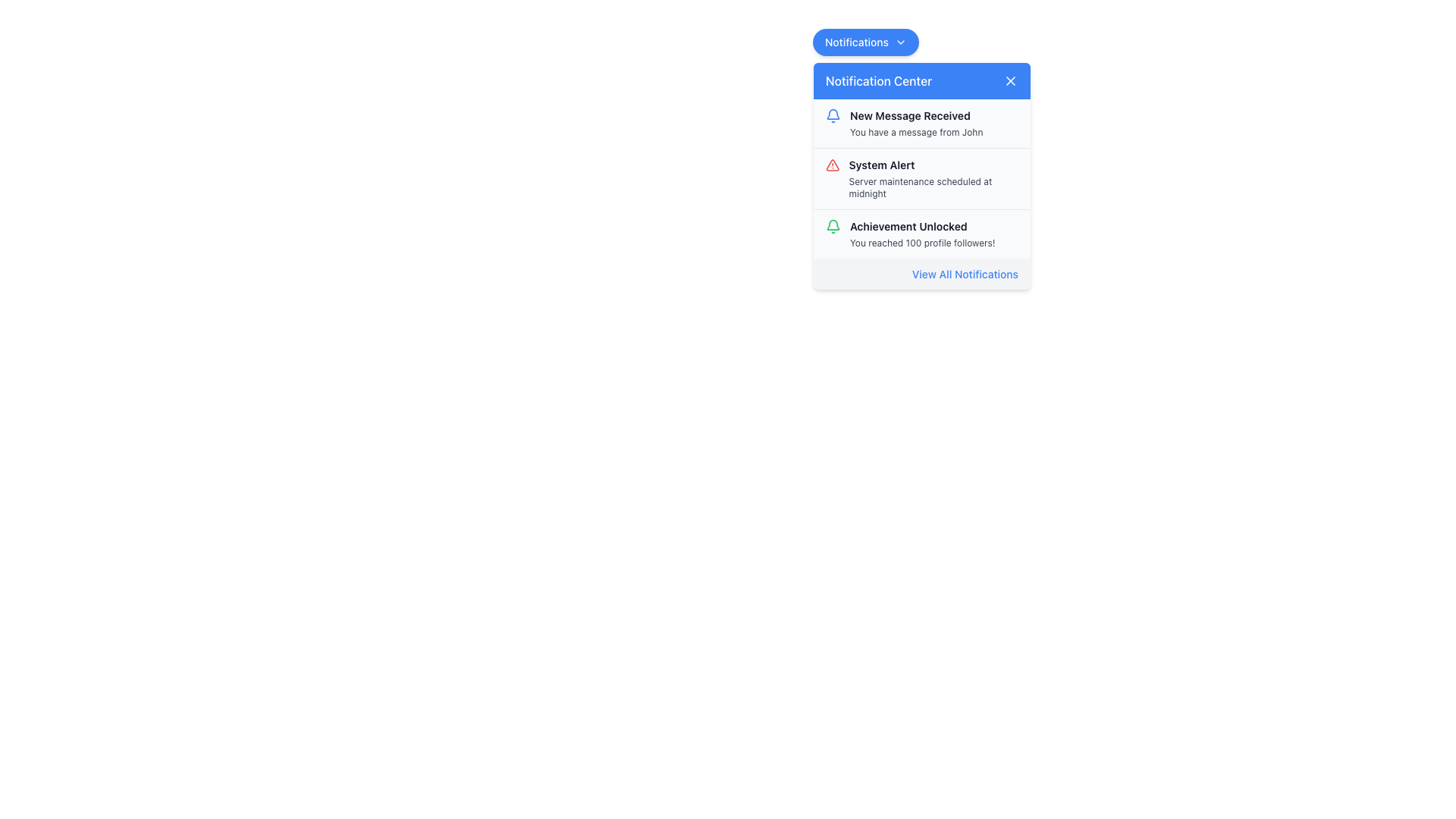 Image resolution: width=1456 pixels, height=819 pixels. I want to click on text content of the title label for the third notification entry in the Notification Center, which describes the achievement of reaching 100 profile followers, so click(921, 227).